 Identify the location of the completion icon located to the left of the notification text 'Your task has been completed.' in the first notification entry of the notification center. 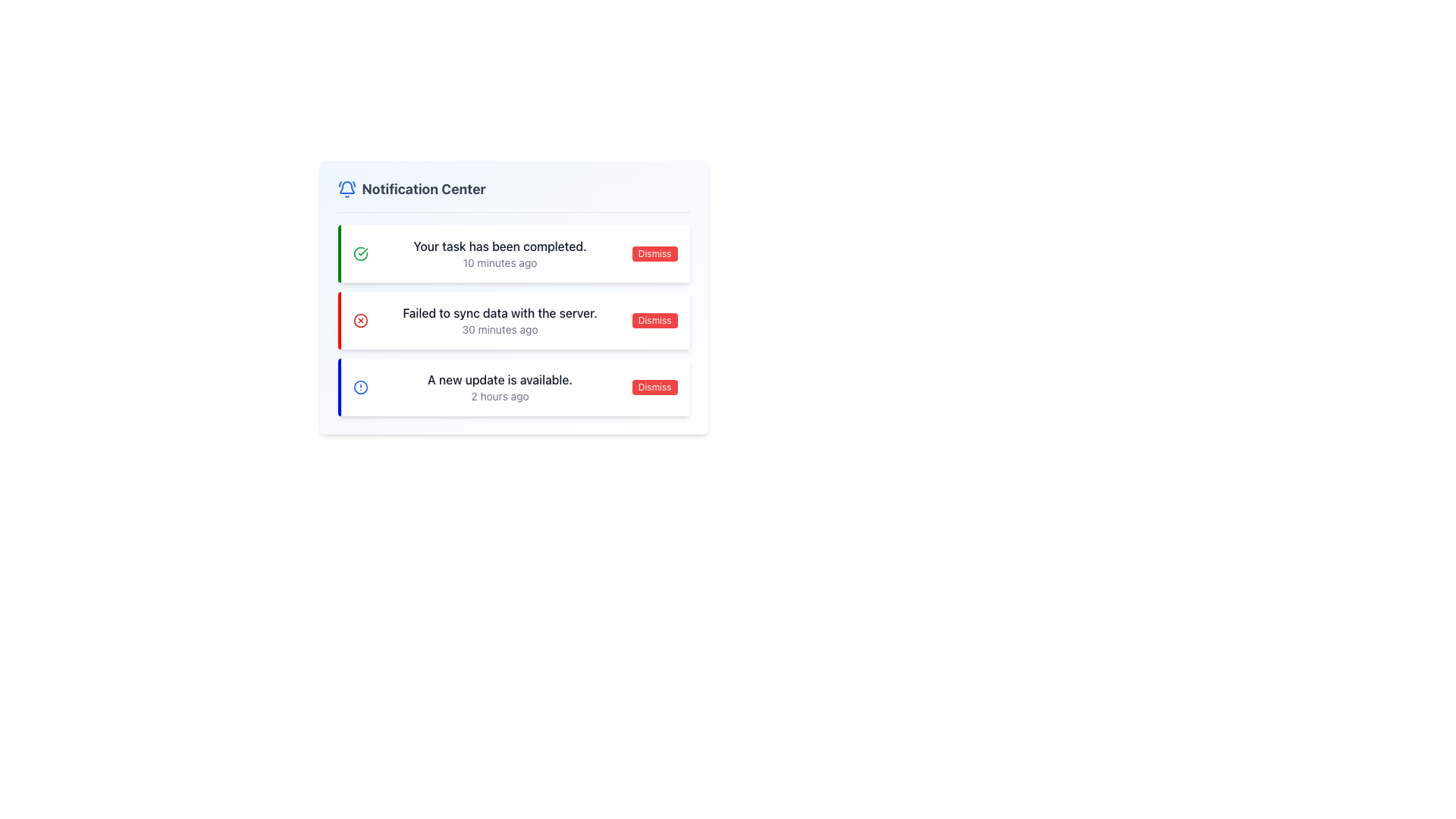
(359, 253).